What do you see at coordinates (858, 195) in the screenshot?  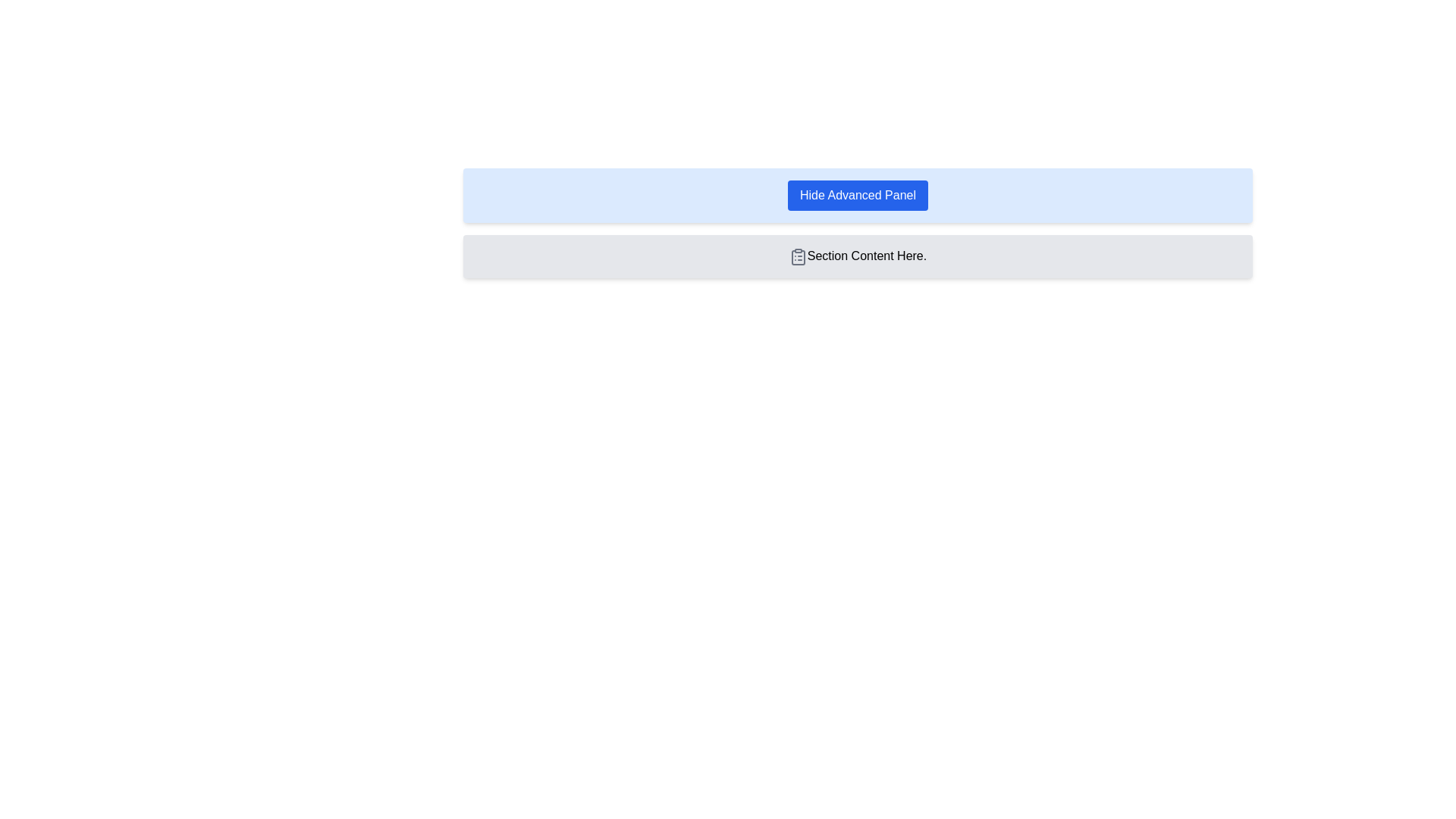 I see `the Decorative Panel with a light blue background that contains the text 'Hide Advanced Panel' centered within it, located at the top of the section above the gray box labeled 'Section Content Here'` at bounding box center [858, 195].